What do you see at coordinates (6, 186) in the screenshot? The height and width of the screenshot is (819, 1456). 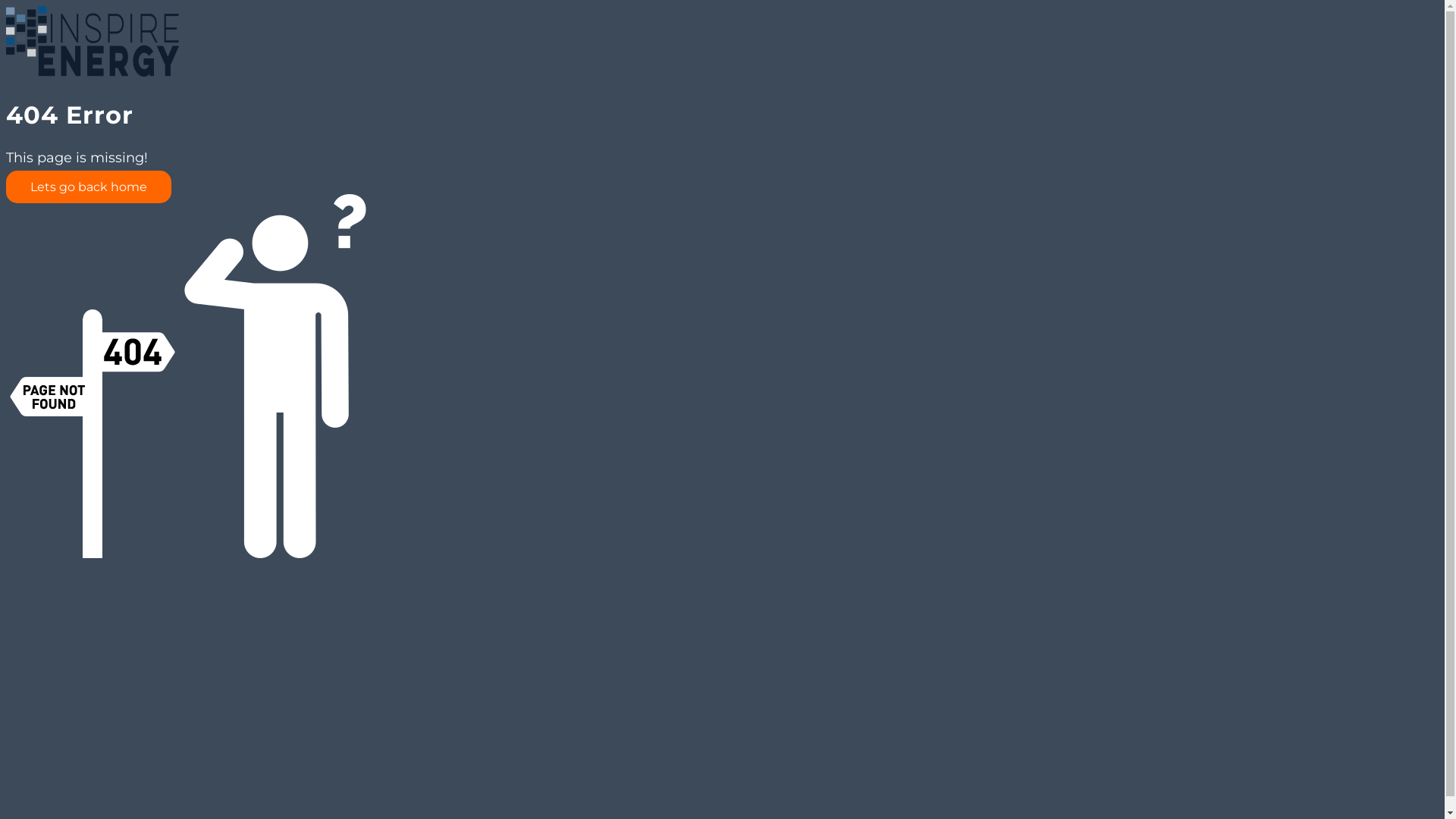 I see `'Lets go back home'` at bounding box center [6, 186].